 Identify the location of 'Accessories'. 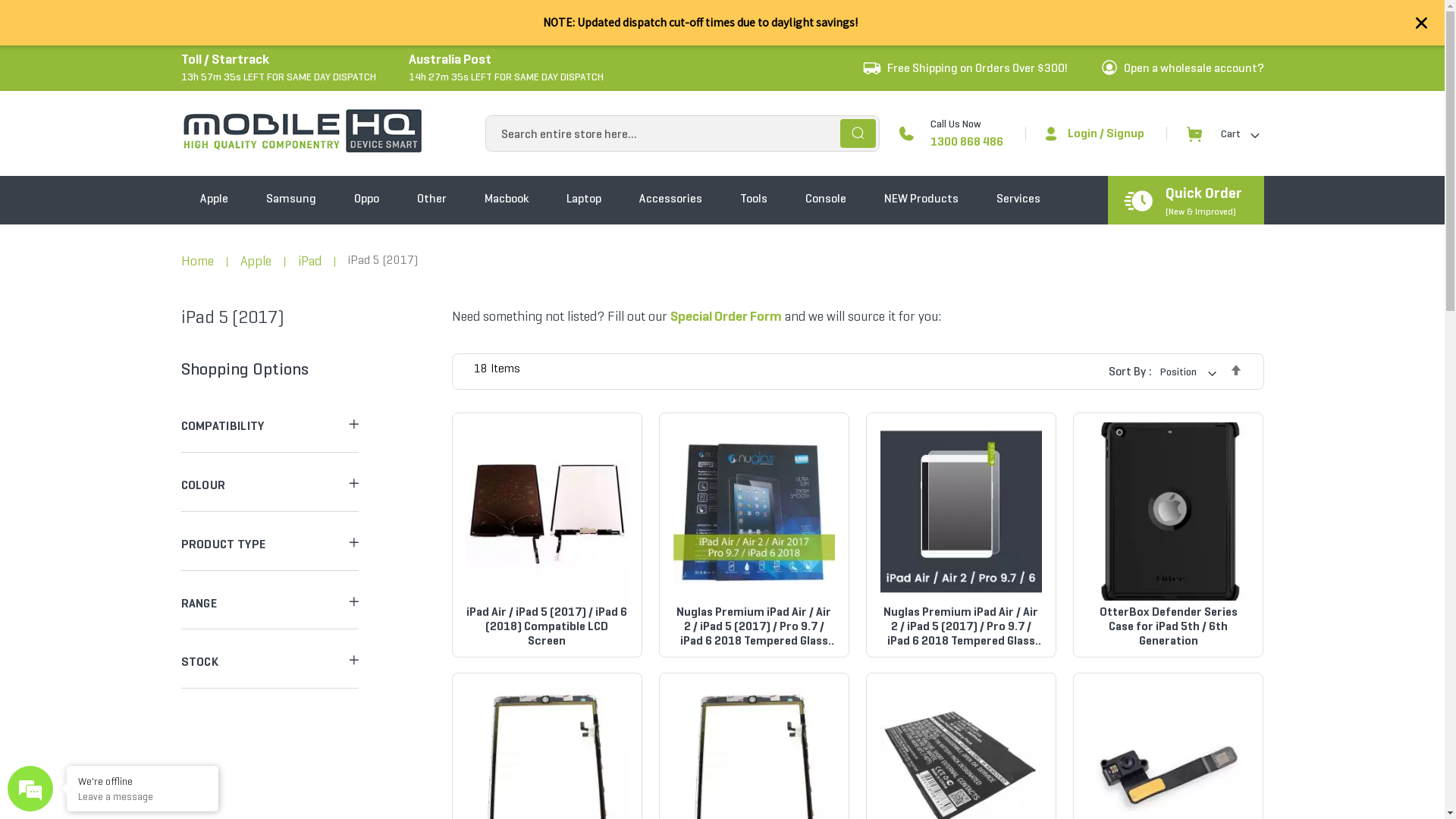
(620, 153).